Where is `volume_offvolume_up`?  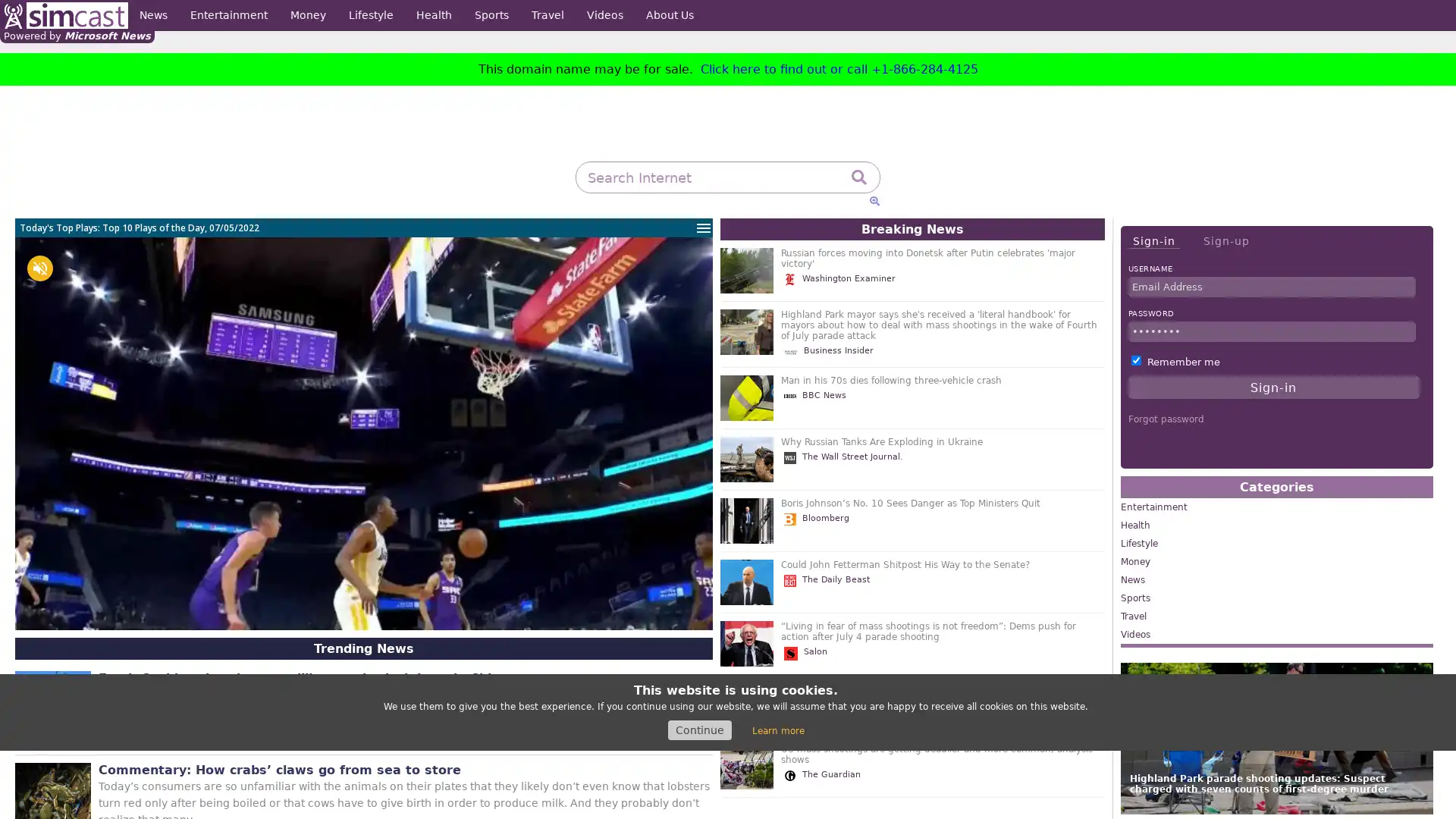
volume_offvolume_up is located at coordinates (39, 268).